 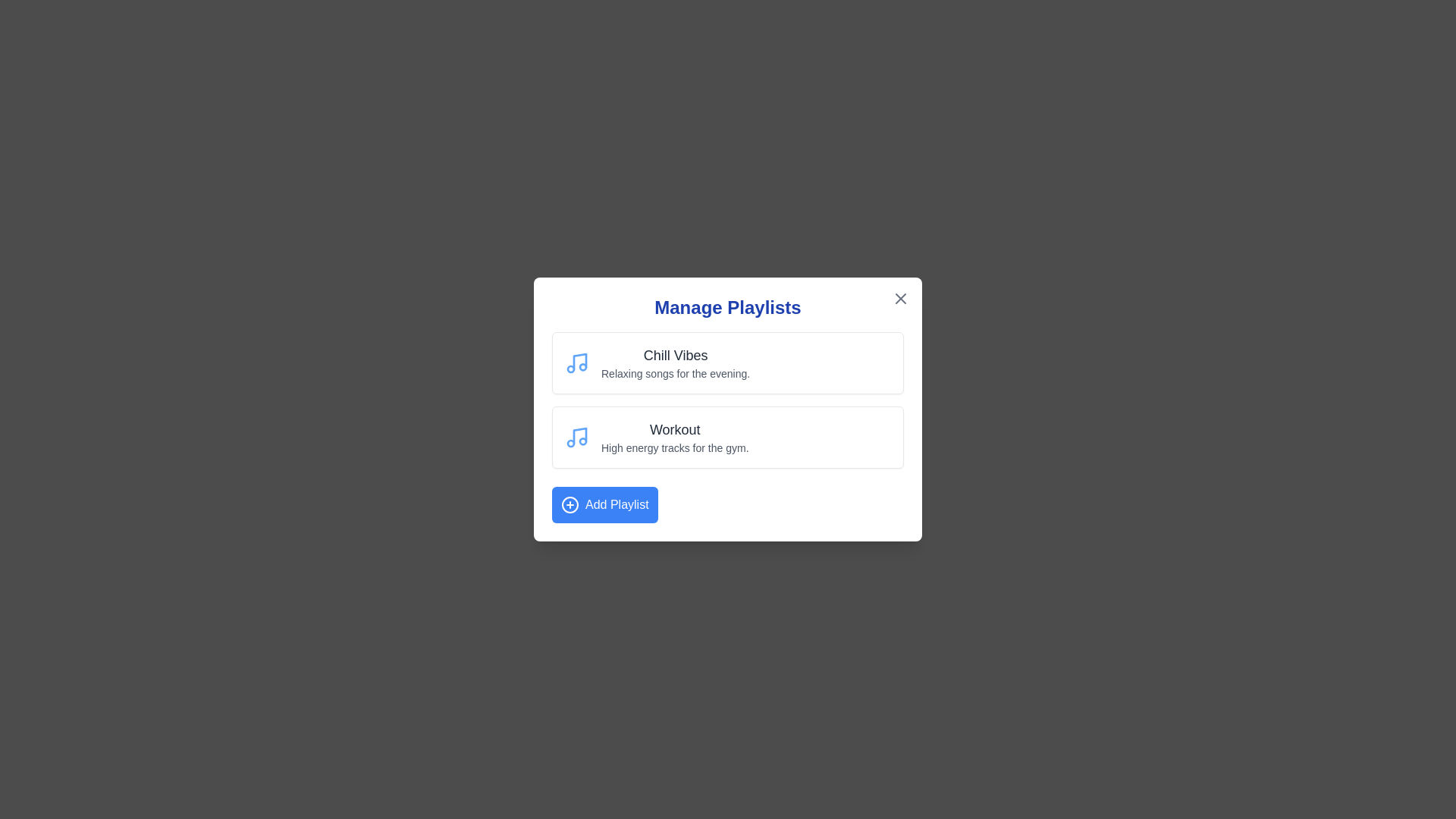 What do you see at coordinates (674, 430) in the screenshot?
I see `the title text label of the second playlist, which is located below the 'Chill Vibes' label and above the descriptive text 'High energy tracks for the gym.'` at bounding box center [674, 430].